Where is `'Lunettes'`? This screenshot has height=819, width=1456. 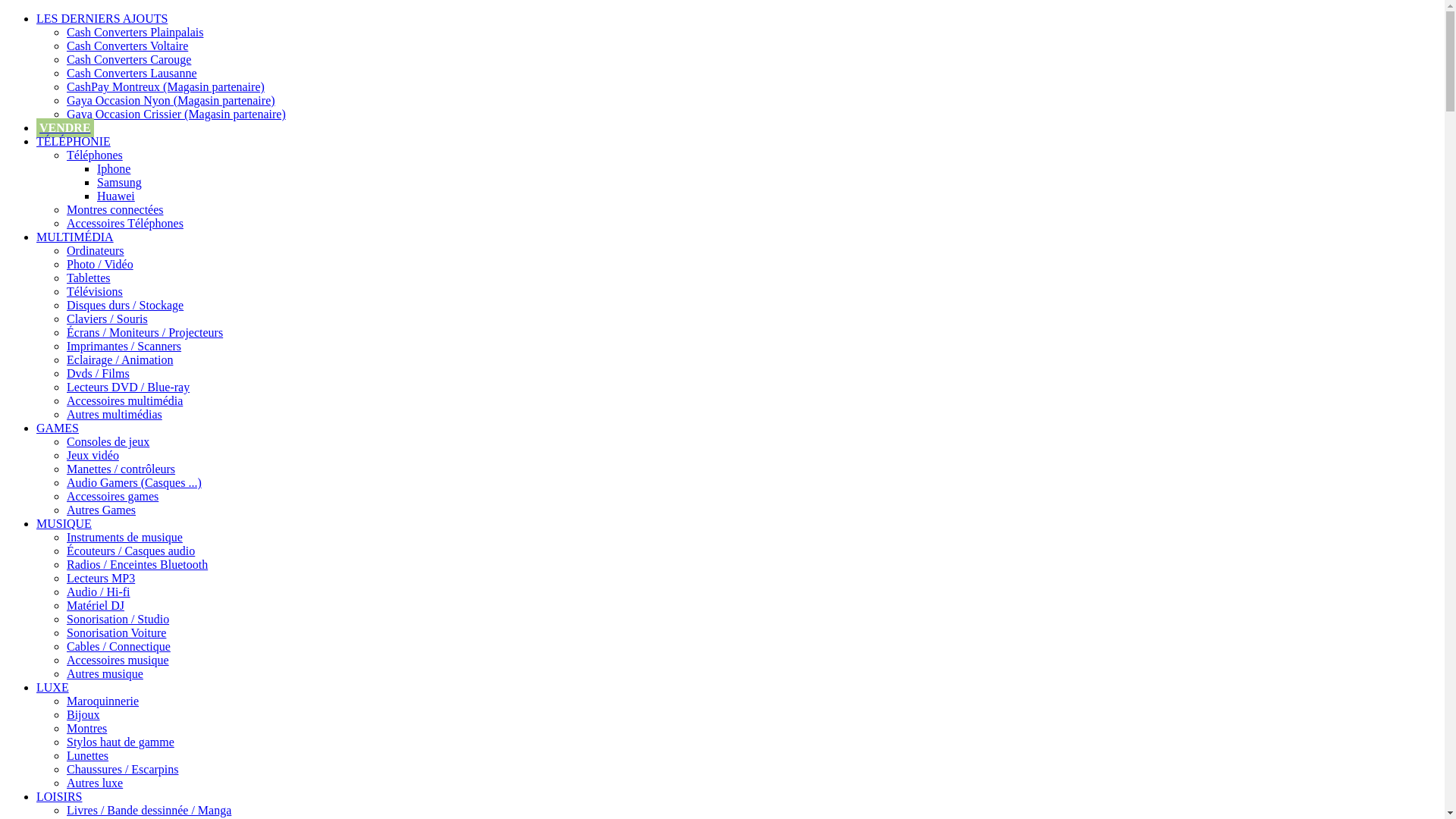
'Lunettes' is located at coordinates (86, 755).